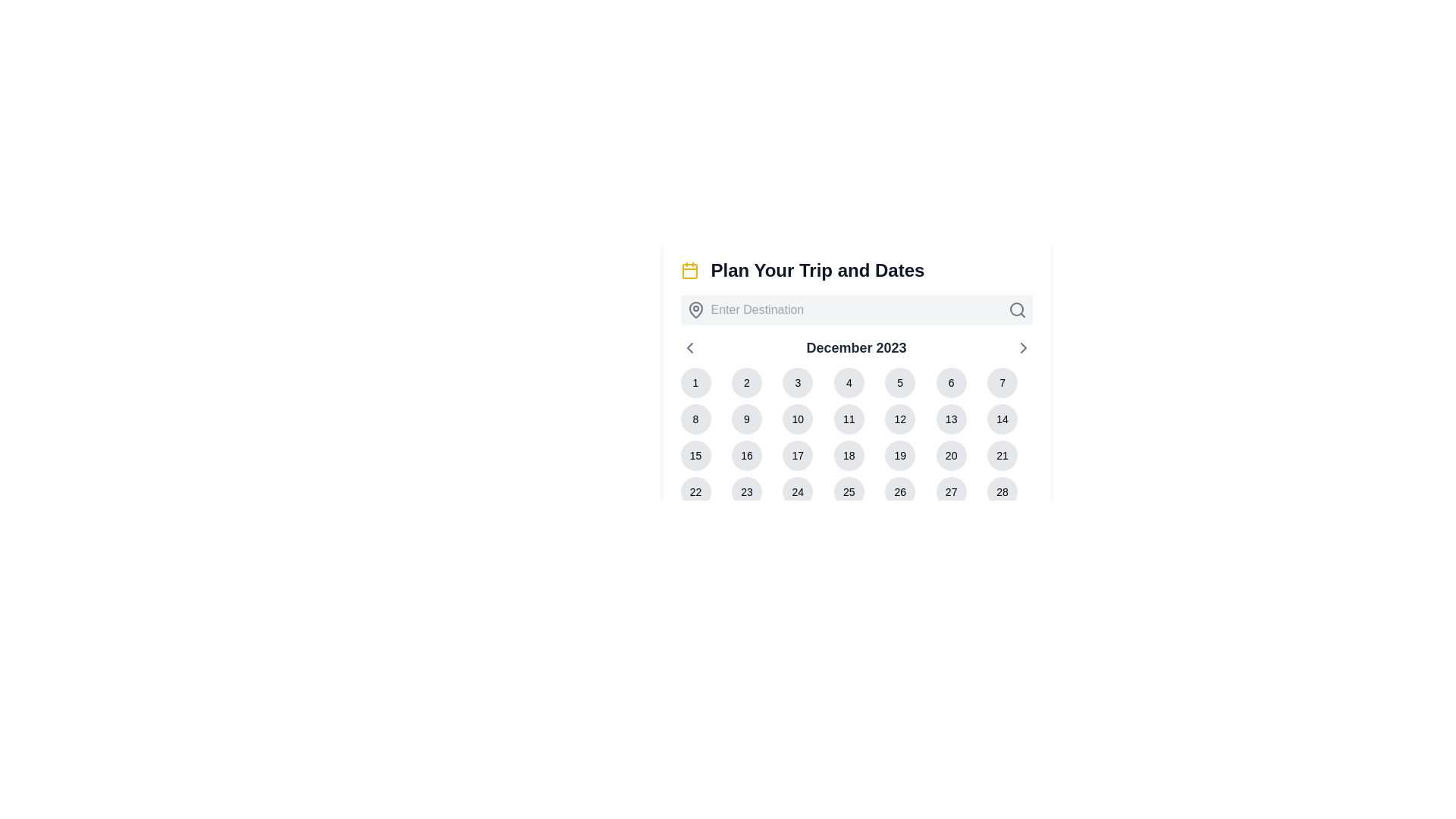  What do you see at coordinates (797, 419) in the screenshot?
I see `the date selection button representing the 10th day of the displayed month in the calendar UI by moving the cursor to its center` at bounding box center [797, 419].